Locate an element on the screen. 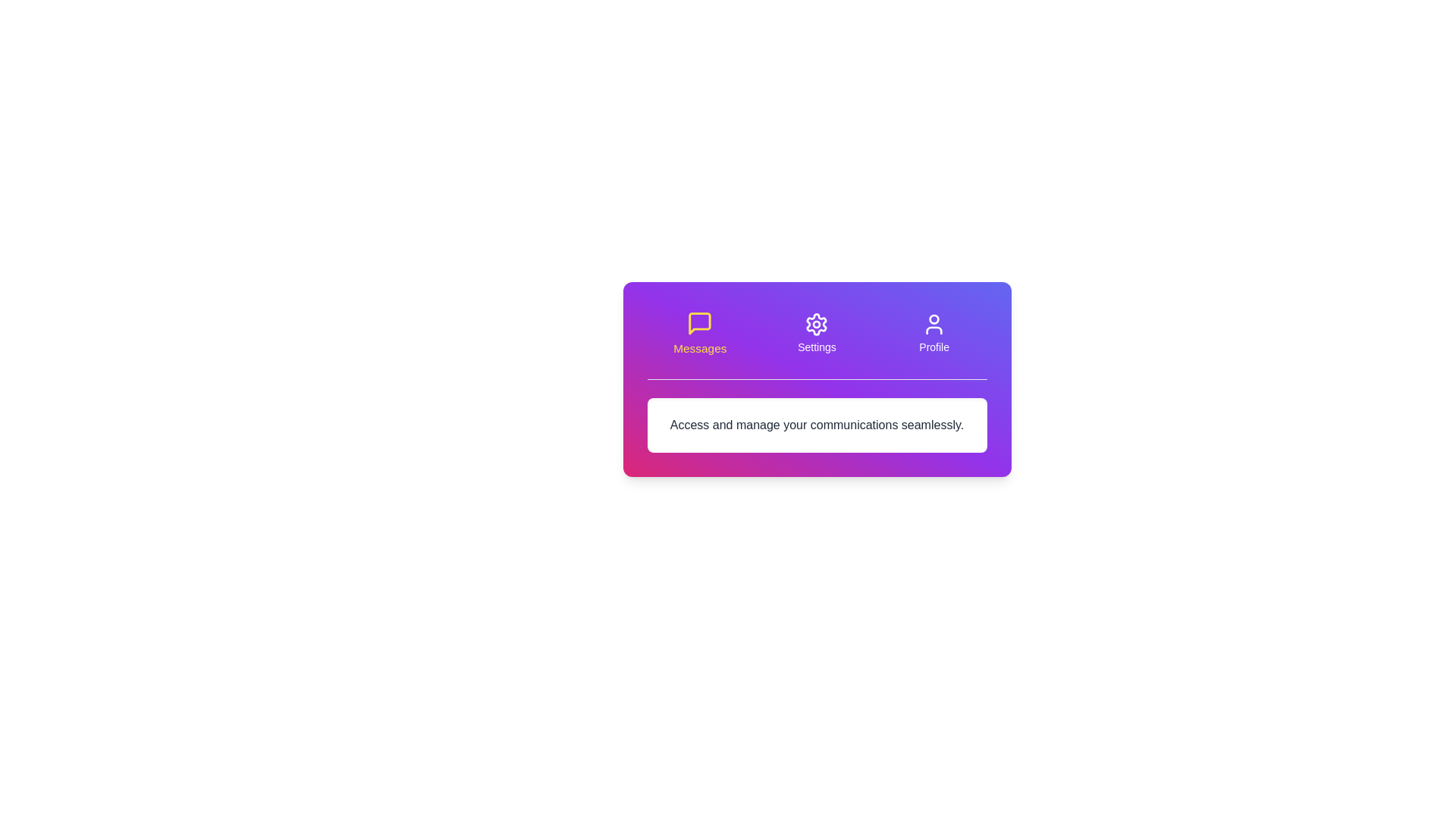  the tab button labeled Profile to switch to the corresponding tab is located at coordinates (934, 332).